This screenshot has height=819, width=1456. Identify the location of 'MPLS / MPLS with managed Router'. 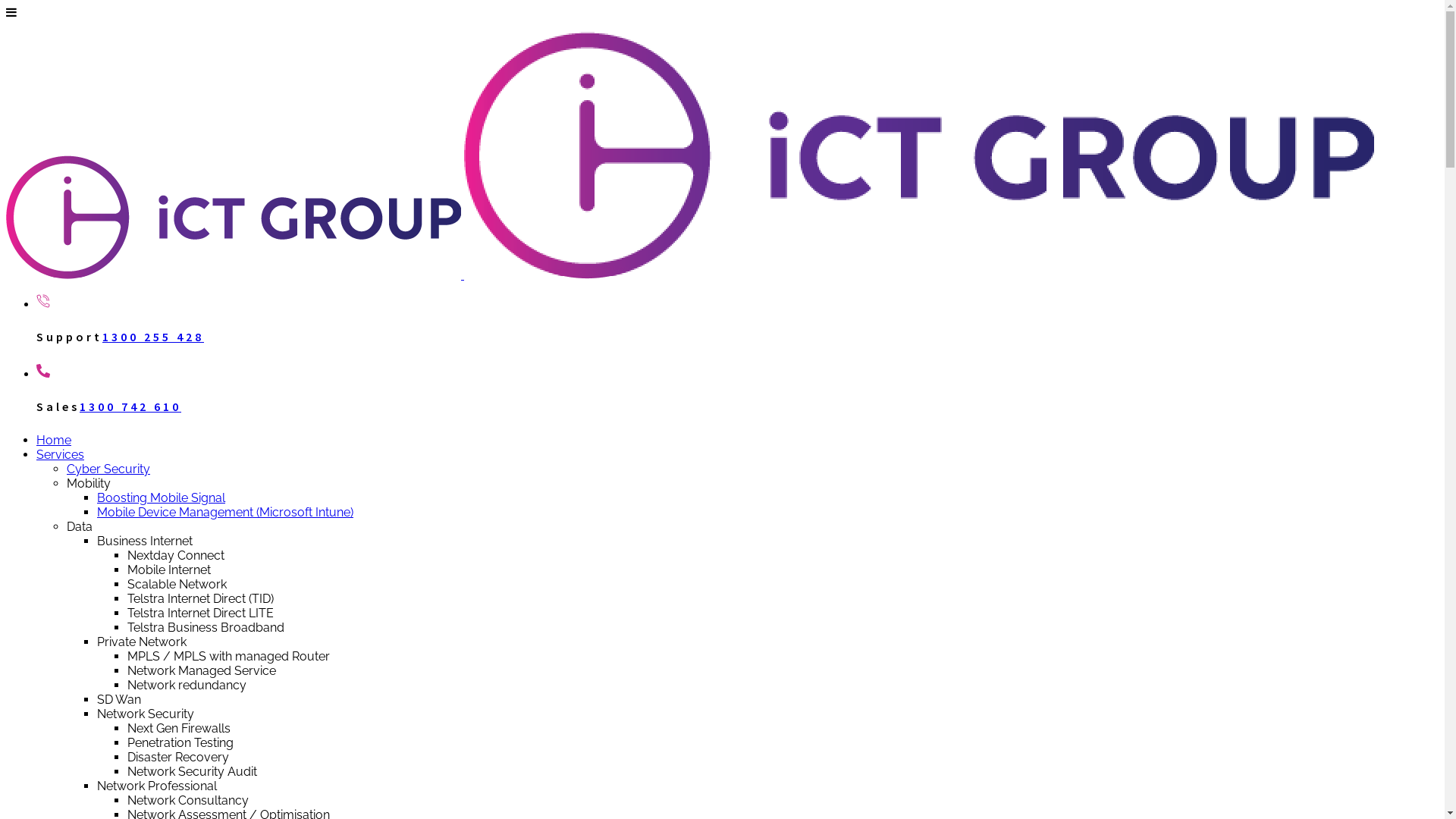
(227, 655).